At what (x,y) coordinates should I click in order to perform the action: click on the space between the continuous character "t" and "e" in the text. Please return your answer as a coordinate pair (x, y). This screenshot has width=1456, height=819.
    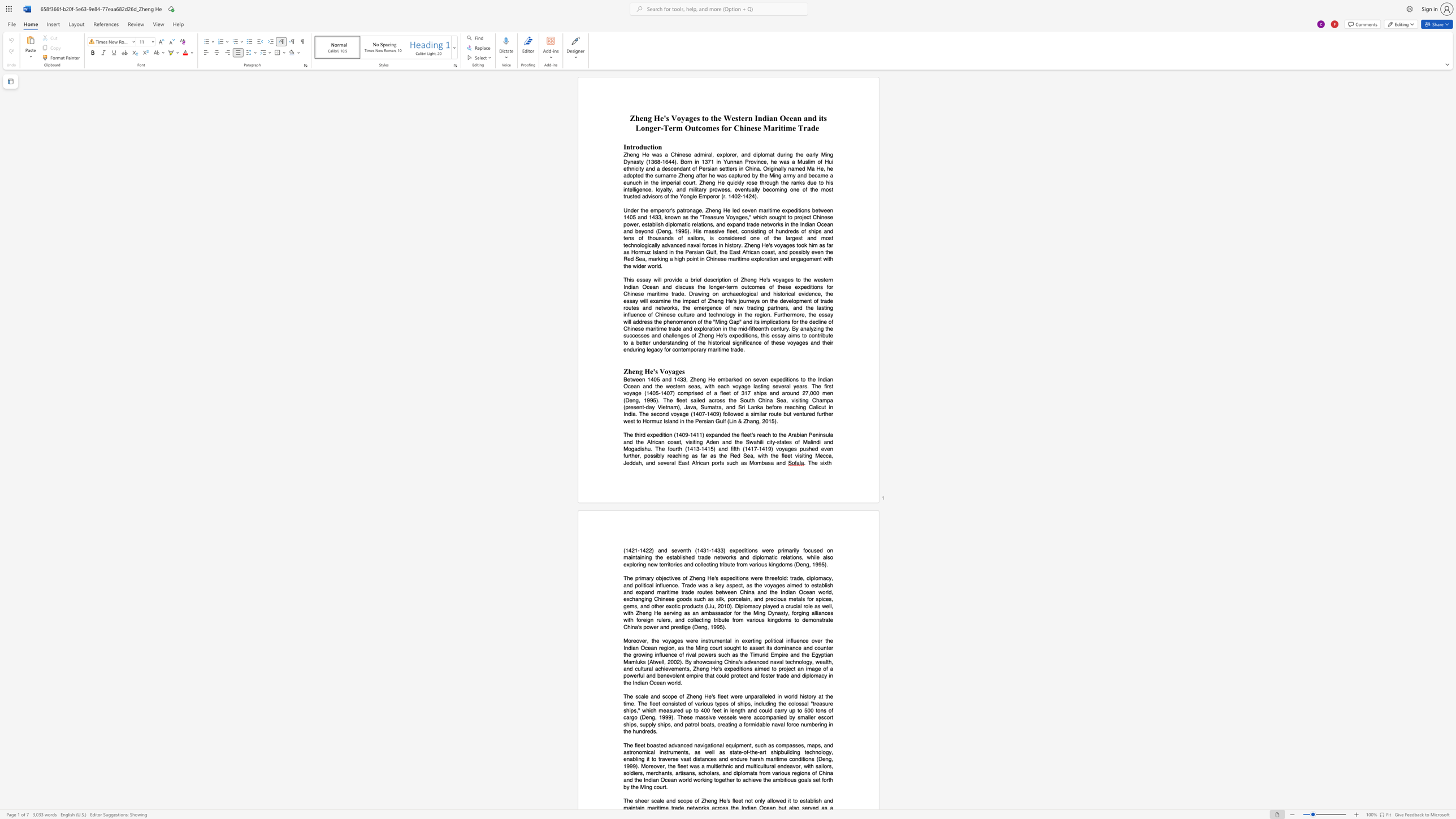
    Looking at the image, I should click on (739, 751).